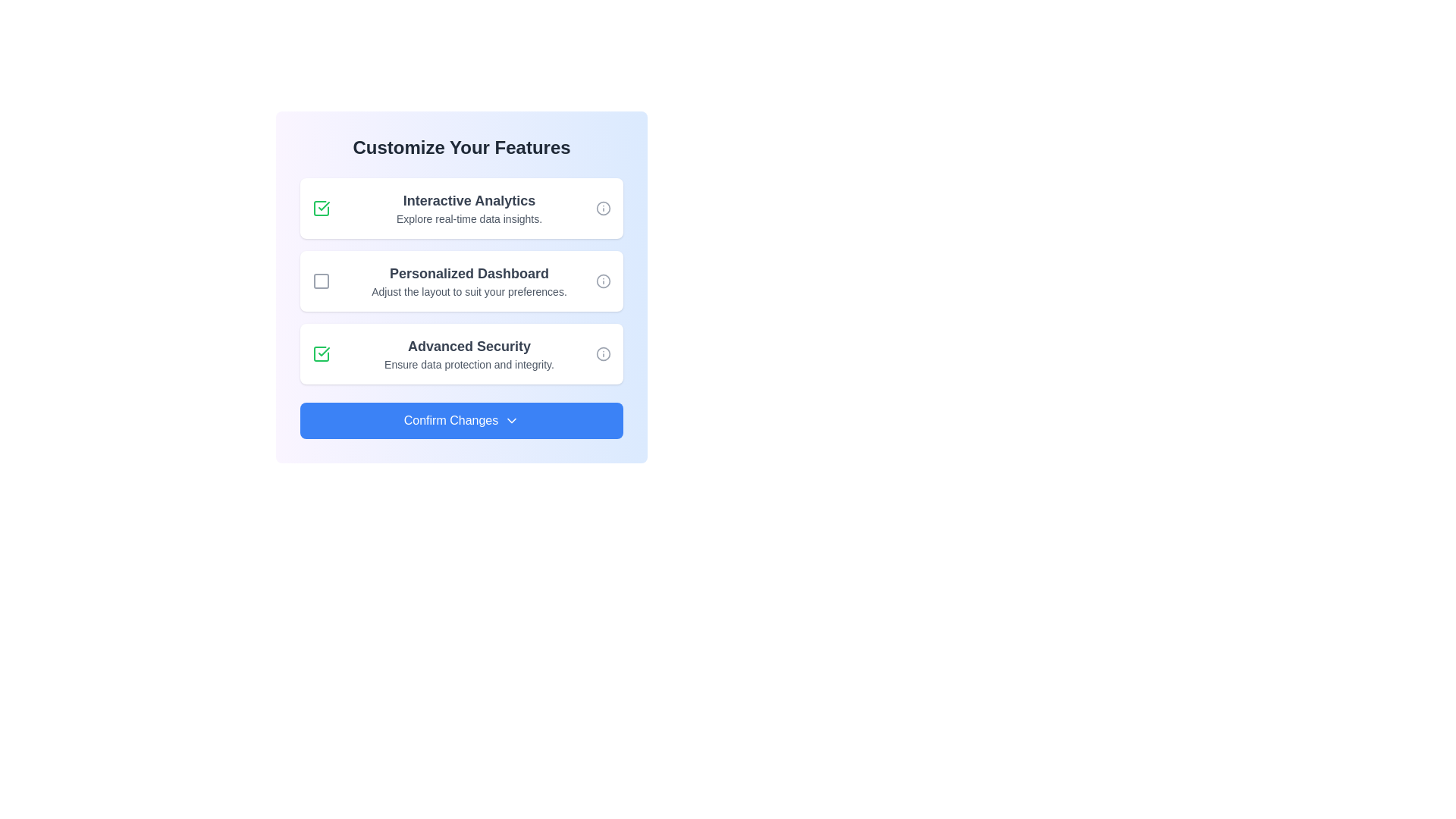 Image resolution: width=1456 pixels, height=819 pixels. What do you see at coordinates (461, 287) in the screenshot?
I see `the labels within the gradient background card containing checkboxes and a confirmation button` at bounding box center [461, 287].